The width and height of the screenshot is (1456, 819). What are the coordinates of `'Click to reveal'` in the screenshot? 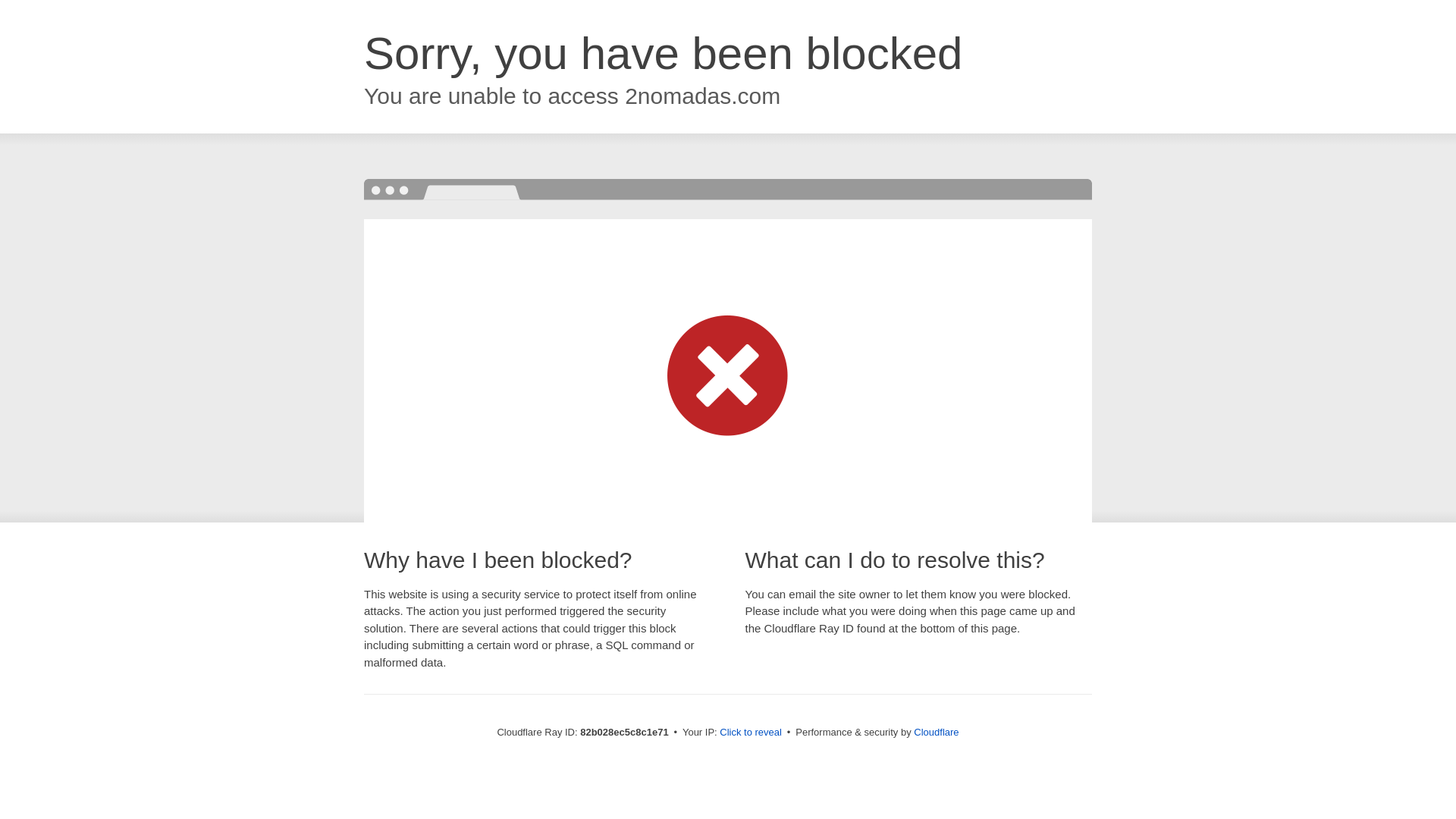 It's located at (750, 731).